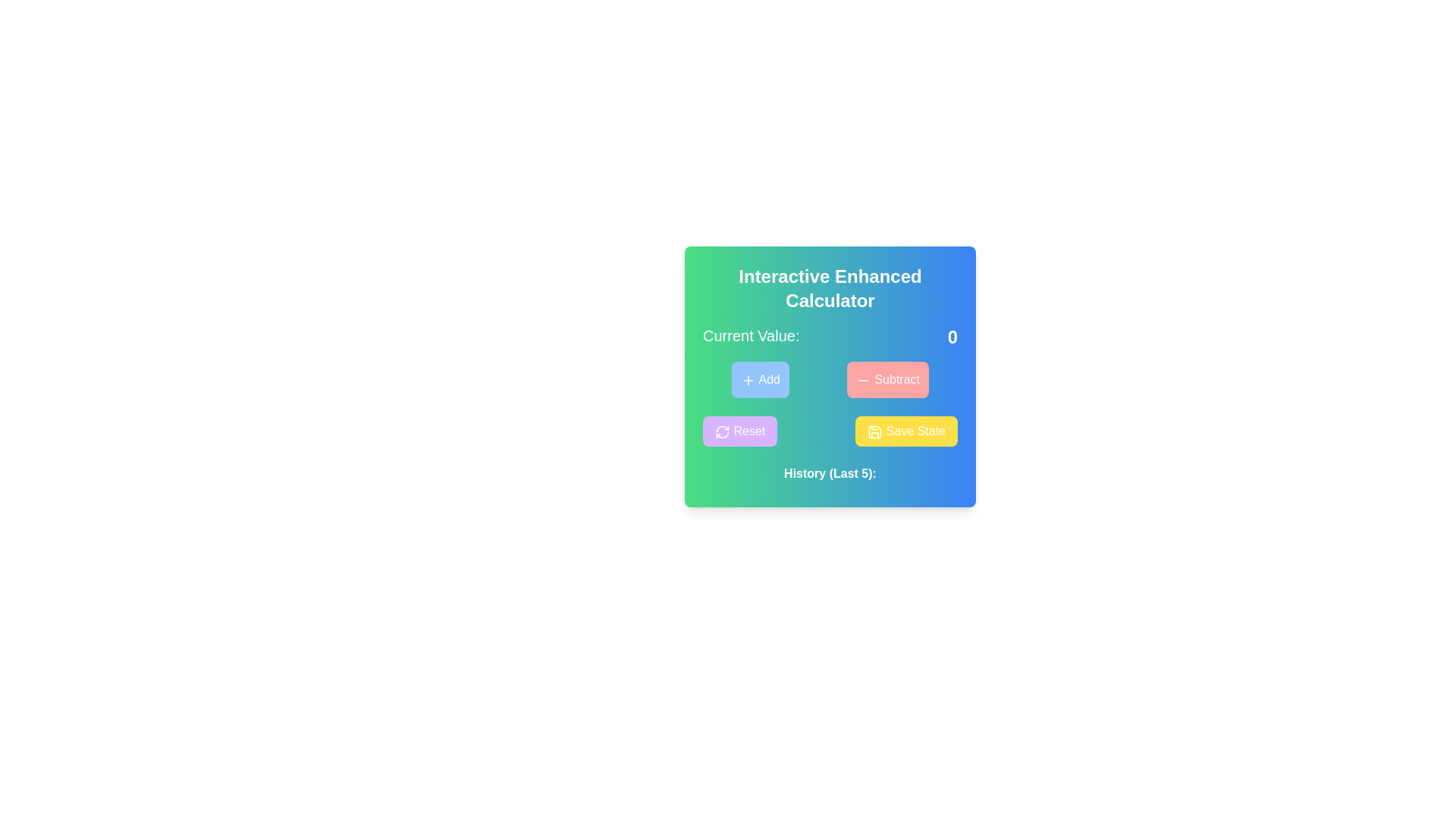 This screenshot has height=819, width=1456. What do you see at coordinates (906, 431) in the screenshot?
I see `the save button located to the right of the purple 'Reset' button at the bottom of the interactive calculator interface` at bounding box center [906, 431].